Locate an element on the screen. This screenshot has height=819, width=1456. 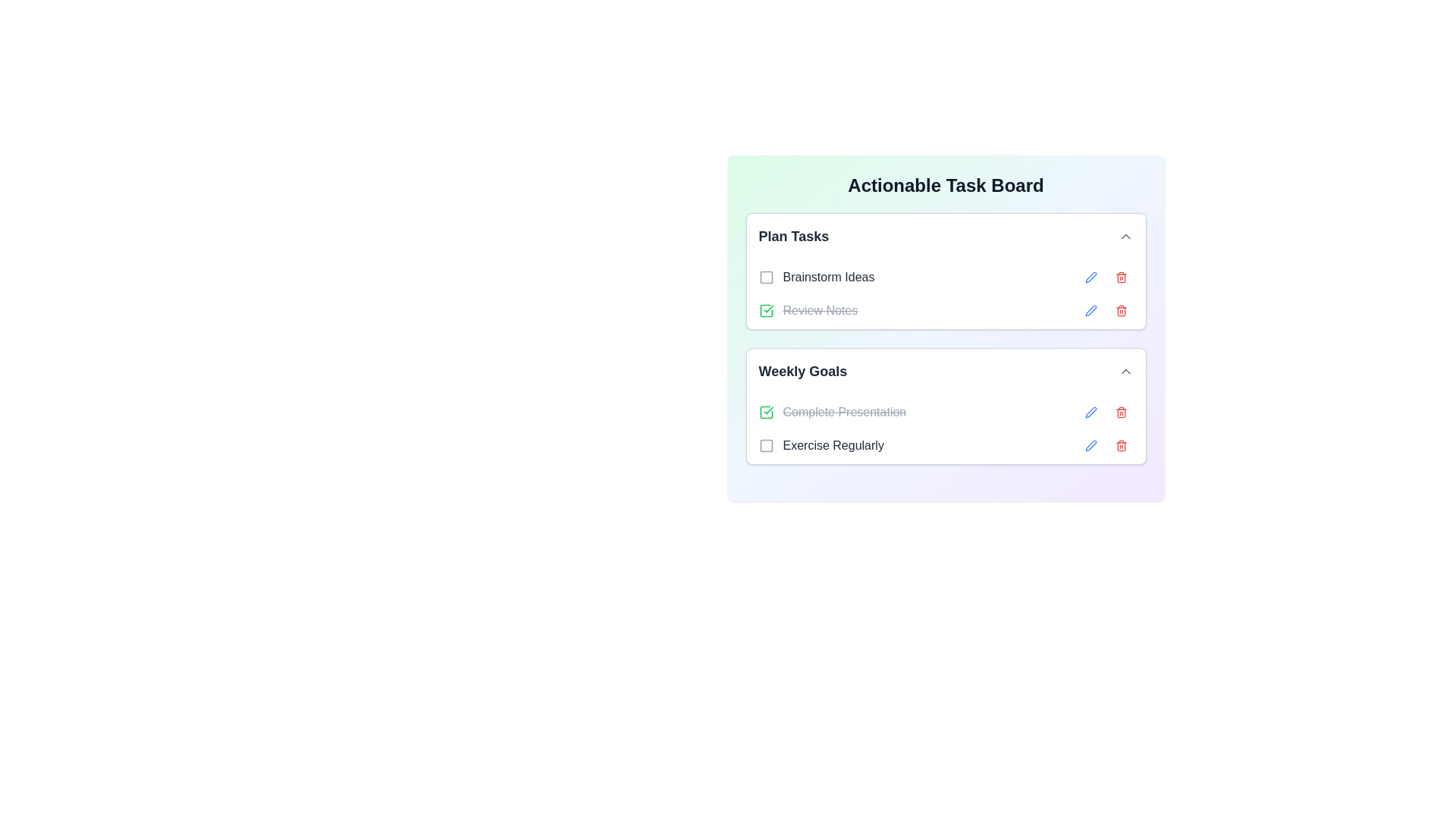
the vibrant red trash can icon button located at the top-right corner of a task item in the 'Plan Tasks' section is located at coordinates (1121, 309).